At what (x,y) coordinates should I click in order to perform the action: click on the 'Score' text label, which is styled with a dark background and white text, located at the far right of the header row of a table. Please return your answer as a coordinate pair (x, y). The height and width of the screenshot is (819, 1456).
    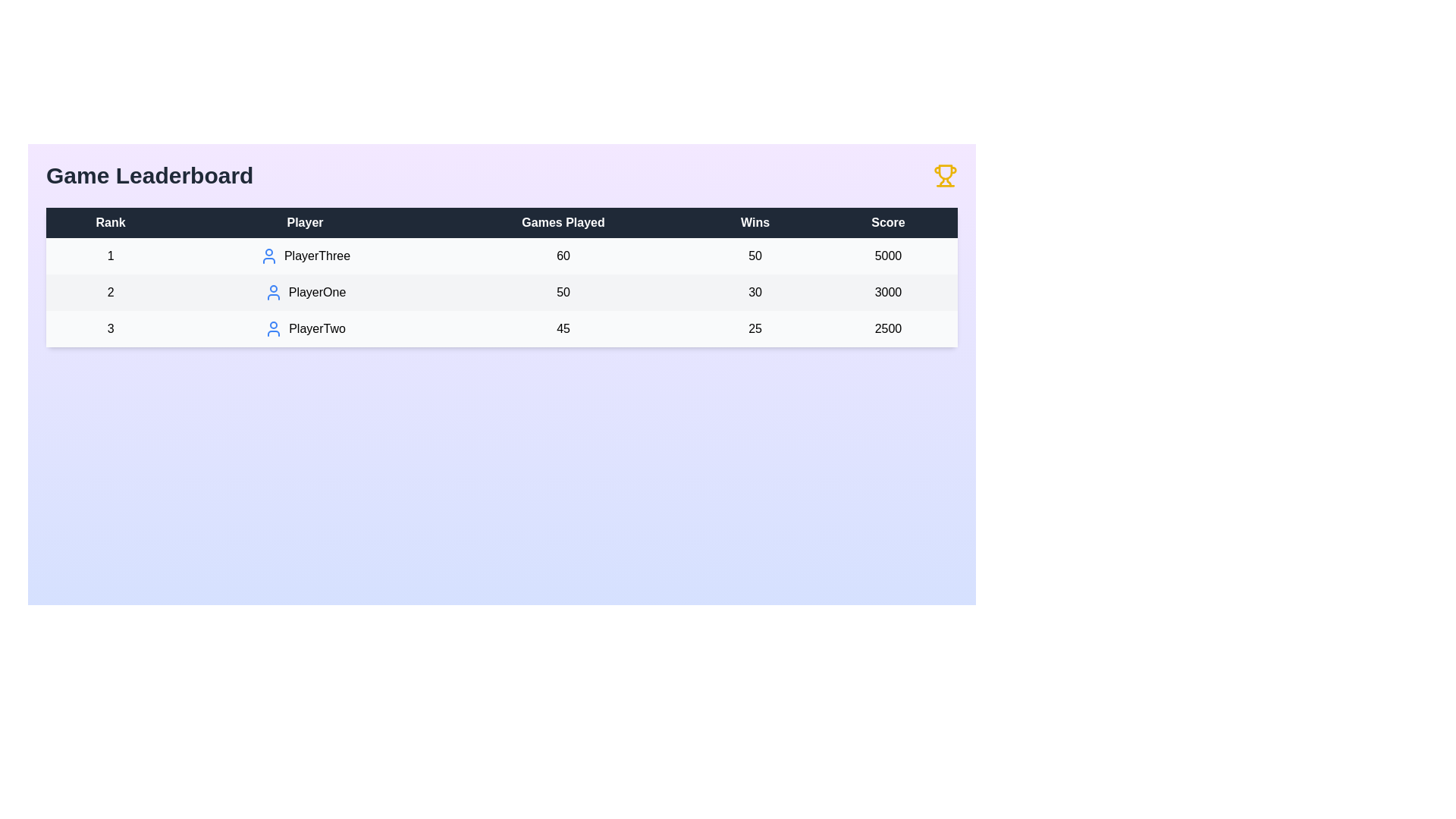
    Looking at the image, I should click on (888, 222).